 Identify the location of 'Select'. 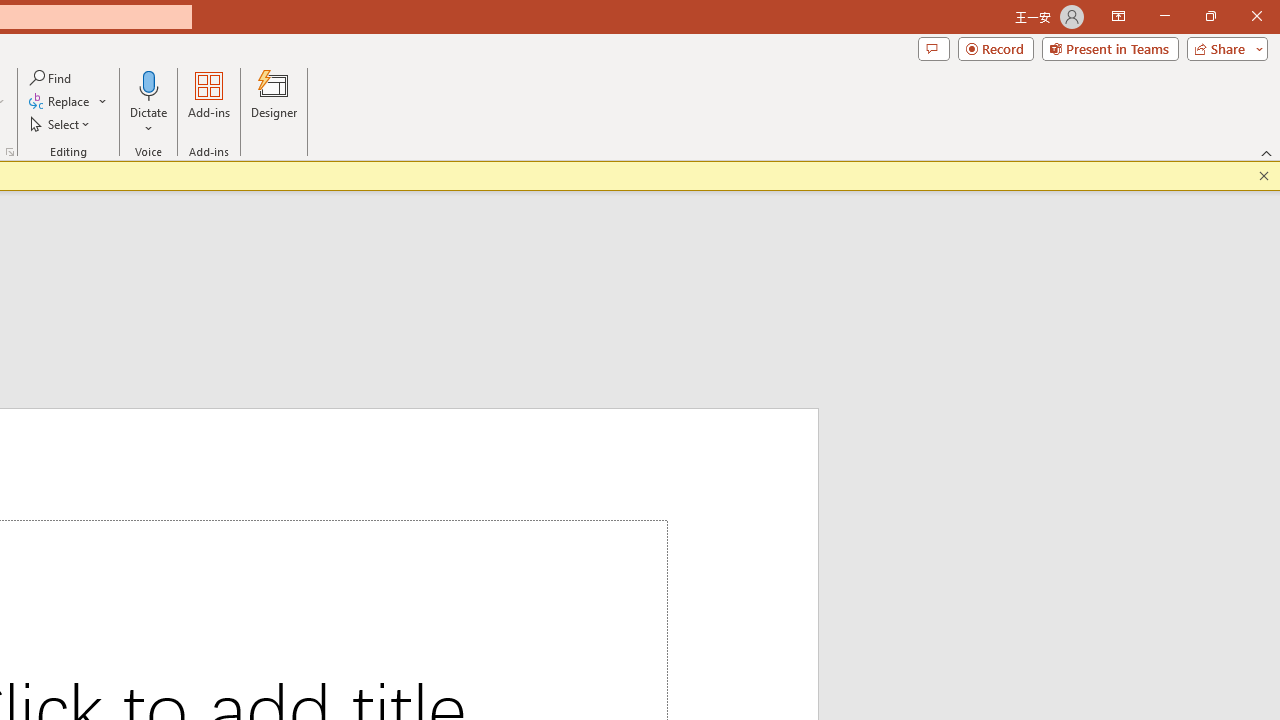
(61, 124).